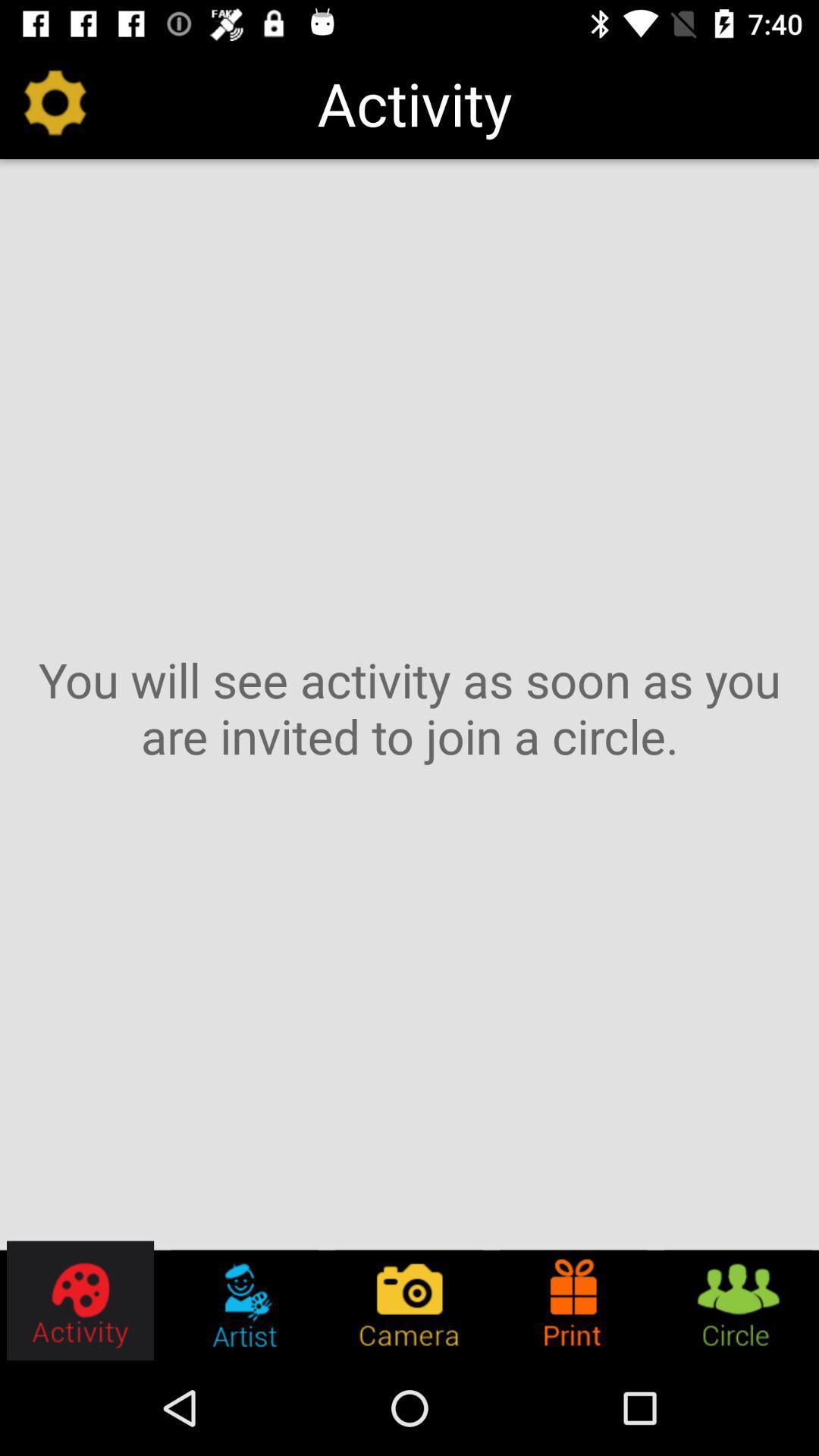 The image size is (819, 1456). Describe the element at coordinates (736, 1300) in the screenshot. I see `the group icon` at that location.